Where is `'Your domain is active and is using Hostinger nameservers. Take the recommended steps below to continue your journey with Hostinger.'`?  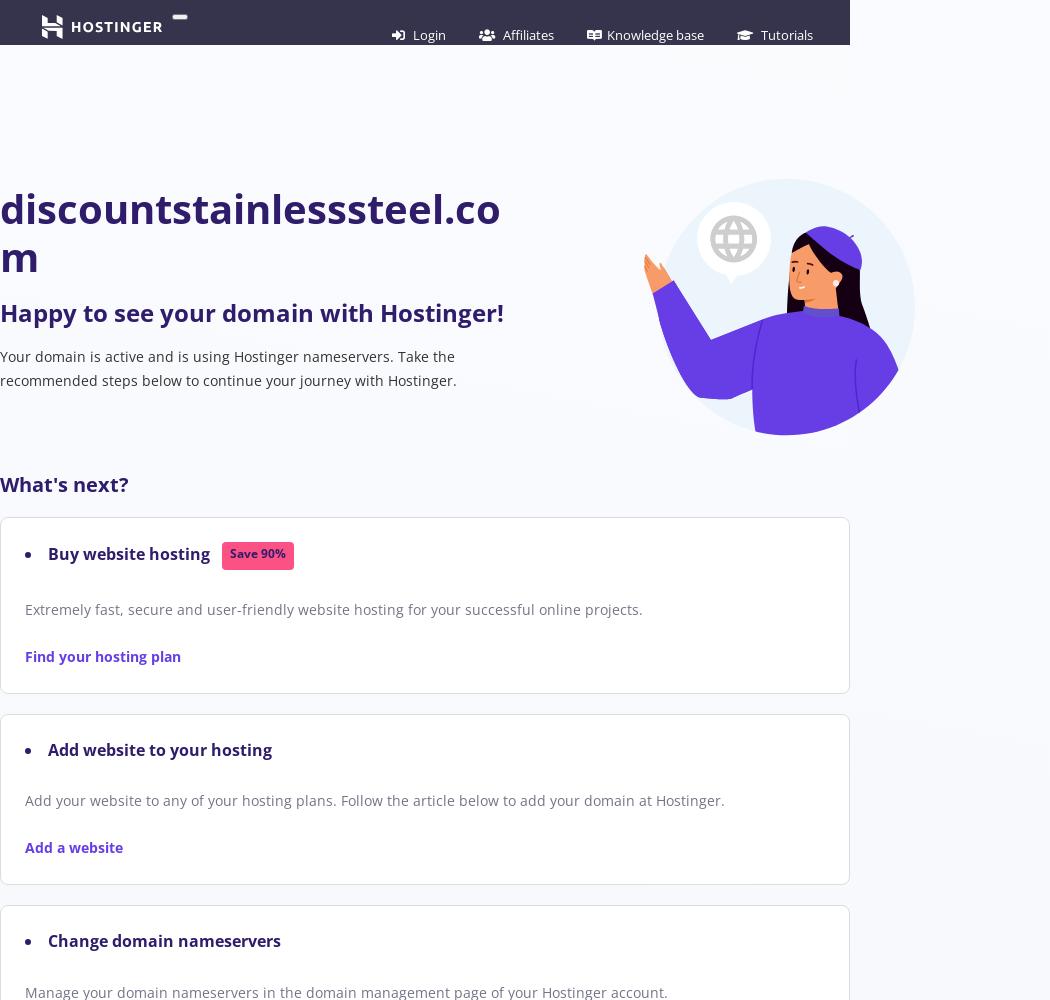
'Your domain is active and is using Hostinger nameservers. Take the recommended steps below to continue your journey with Hostinger.' is located at coordinates (0, 367).